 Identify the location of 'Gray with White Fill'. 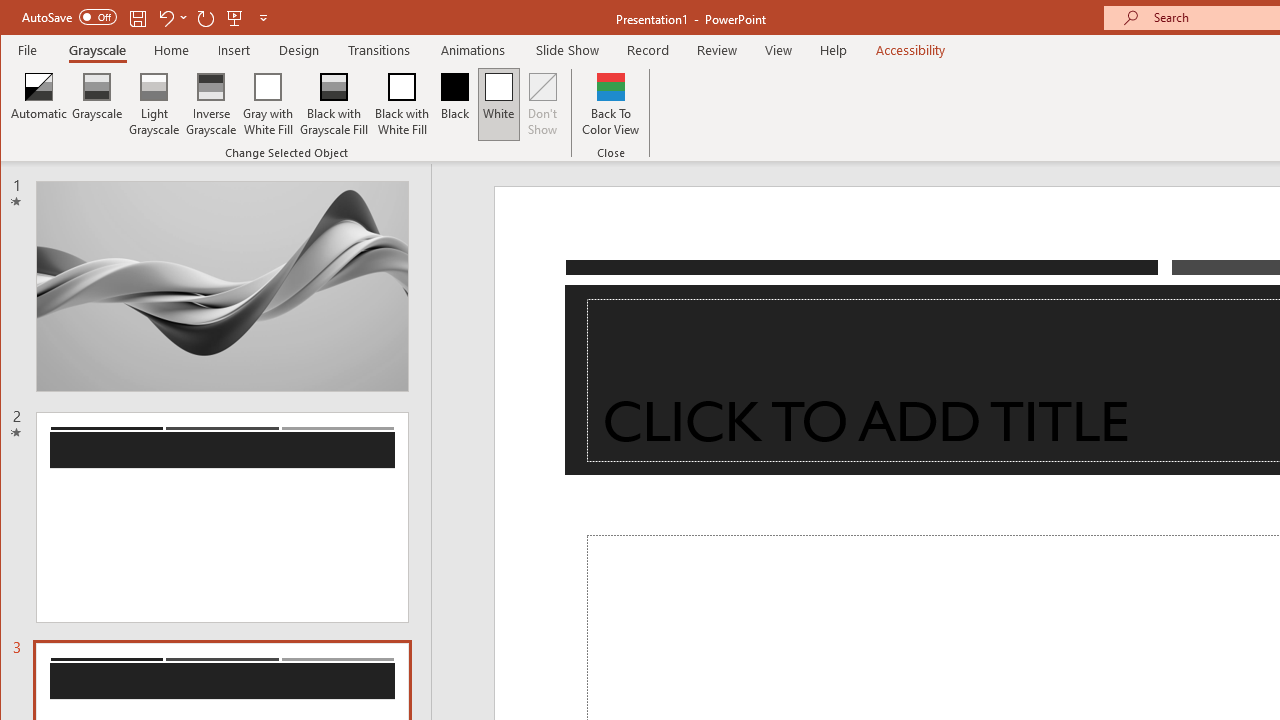
(267, 104).